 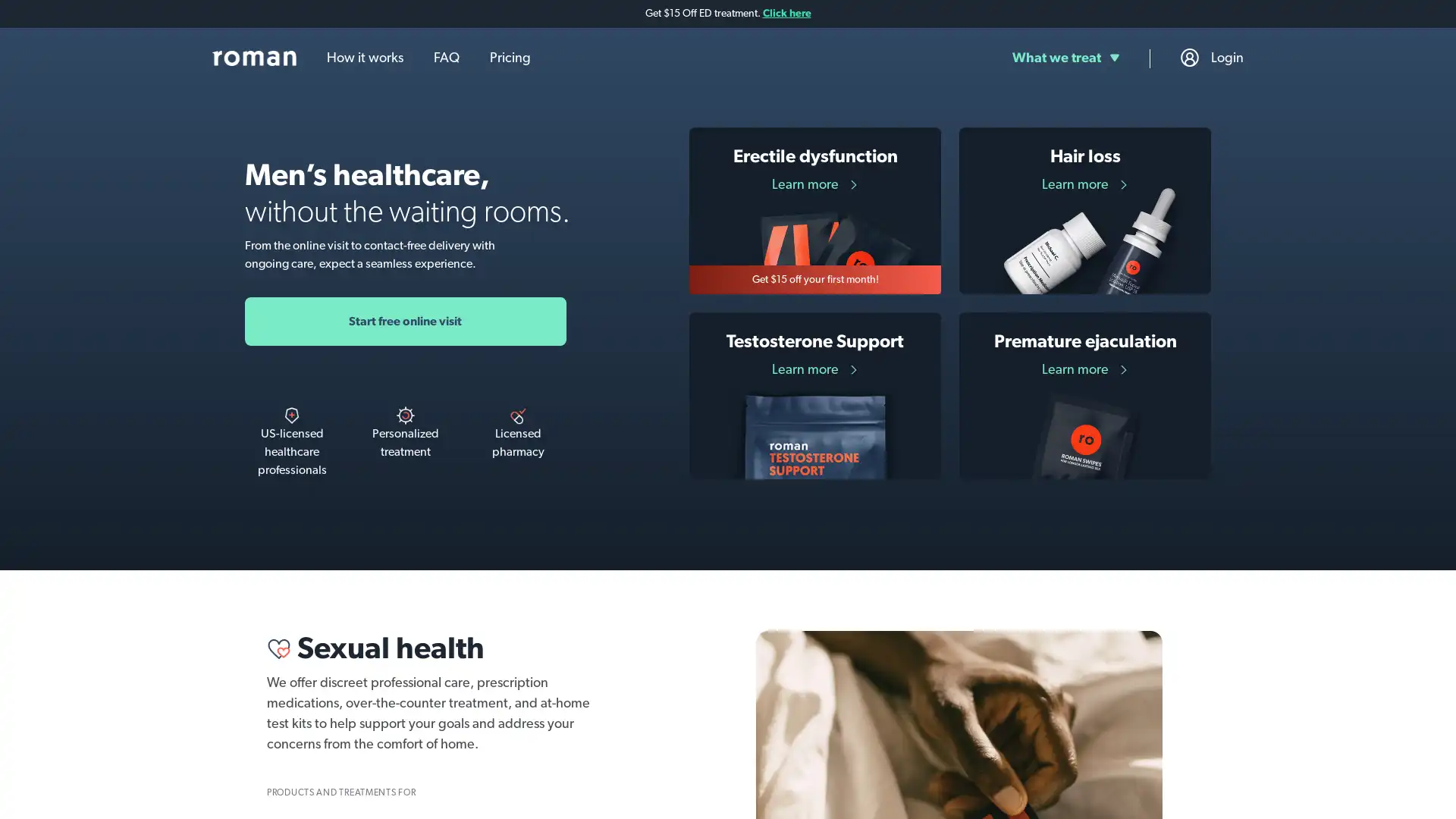 What do you see at coordinates (1065, 57) in the screenshot?
I see `What we treat` at bounding box center [1065, 57].